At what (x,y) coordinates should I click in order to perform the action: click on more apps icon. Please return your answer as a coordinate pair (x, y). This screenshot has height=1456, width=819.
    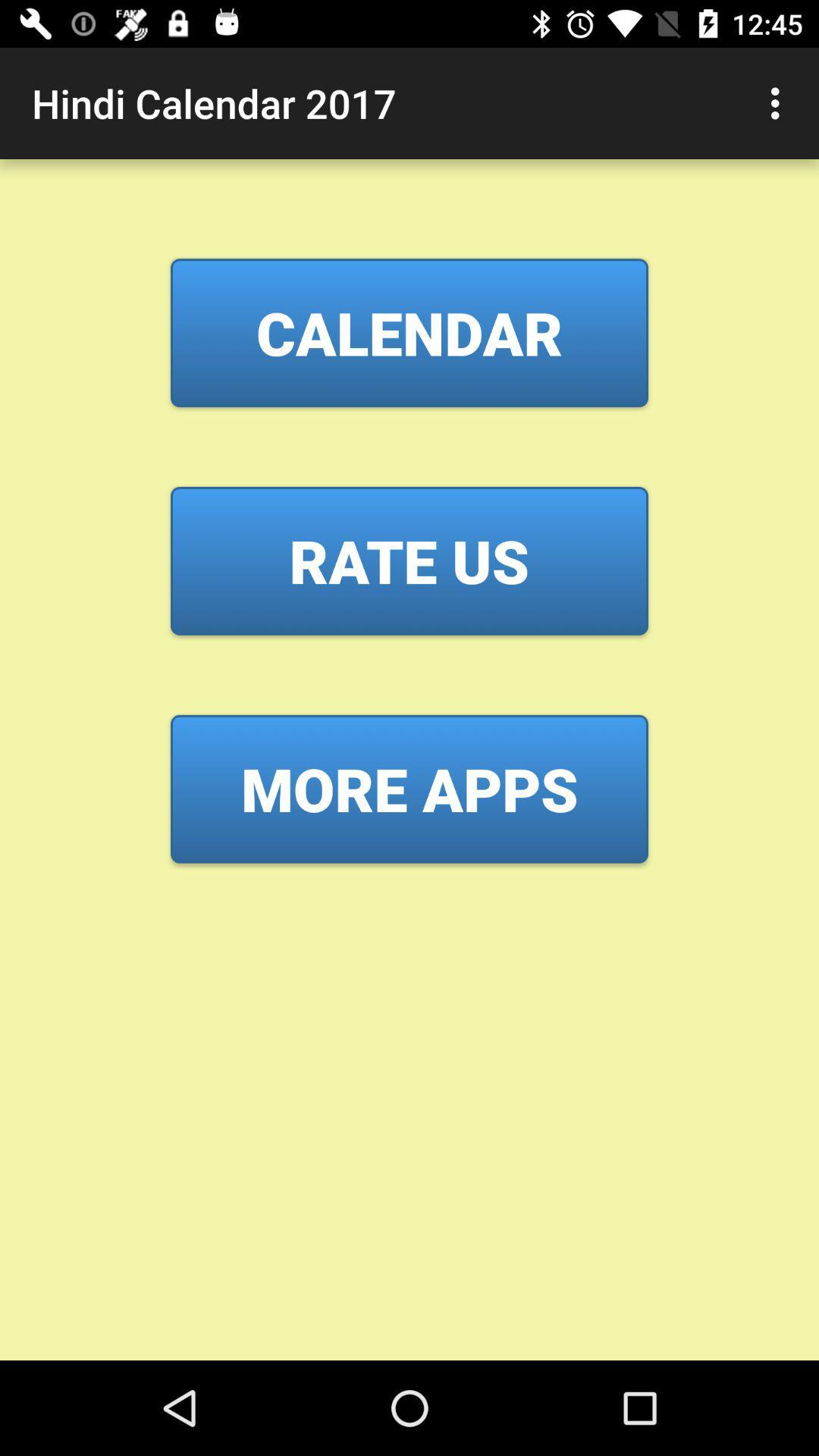
    Looking at the image, I should click on (409, 789).